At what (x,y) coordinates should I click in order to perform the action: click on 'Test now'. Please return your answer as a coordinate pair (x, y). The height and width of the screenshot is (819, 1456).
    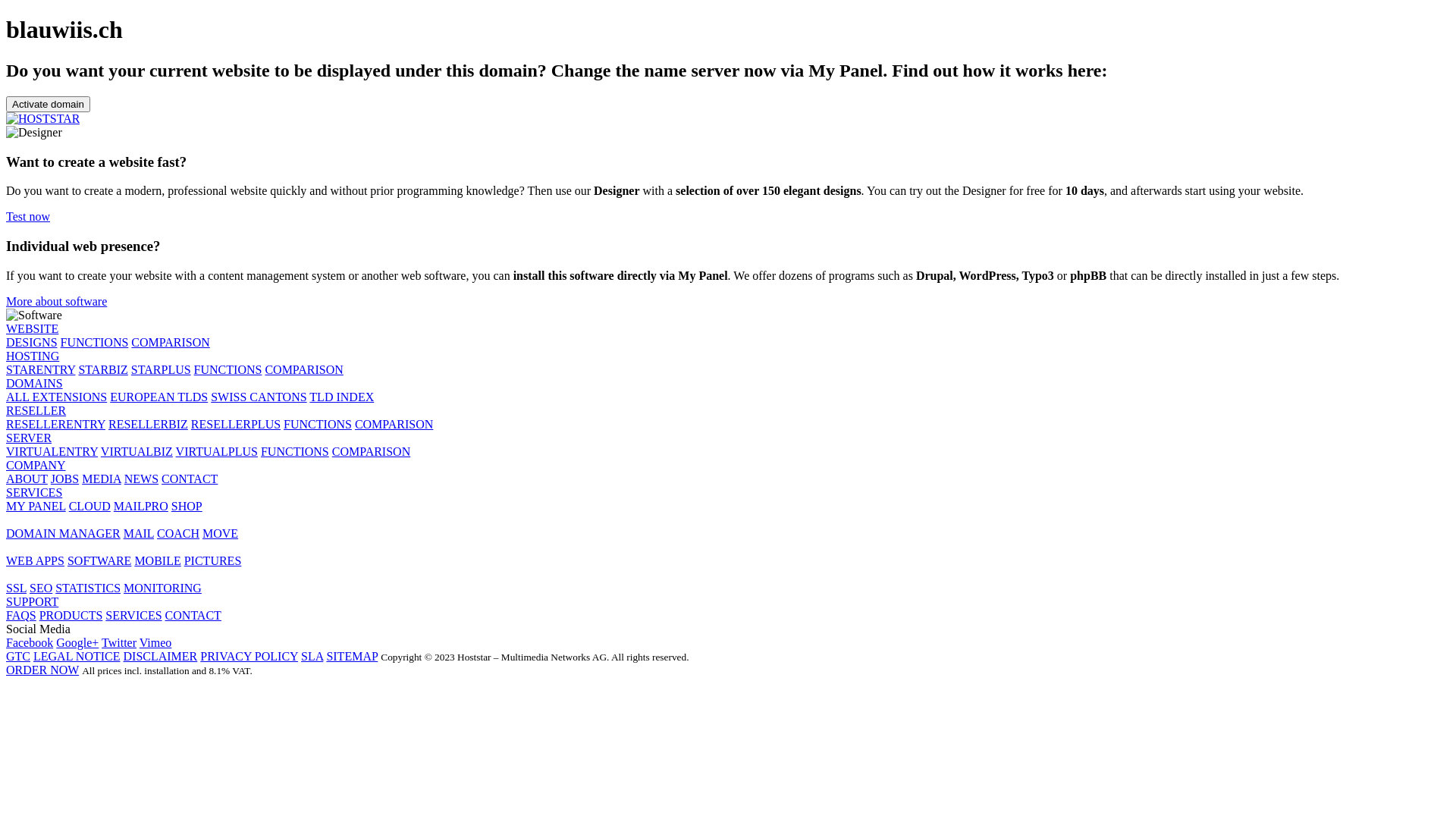
    Looking at the image, I should click on (28, 216).